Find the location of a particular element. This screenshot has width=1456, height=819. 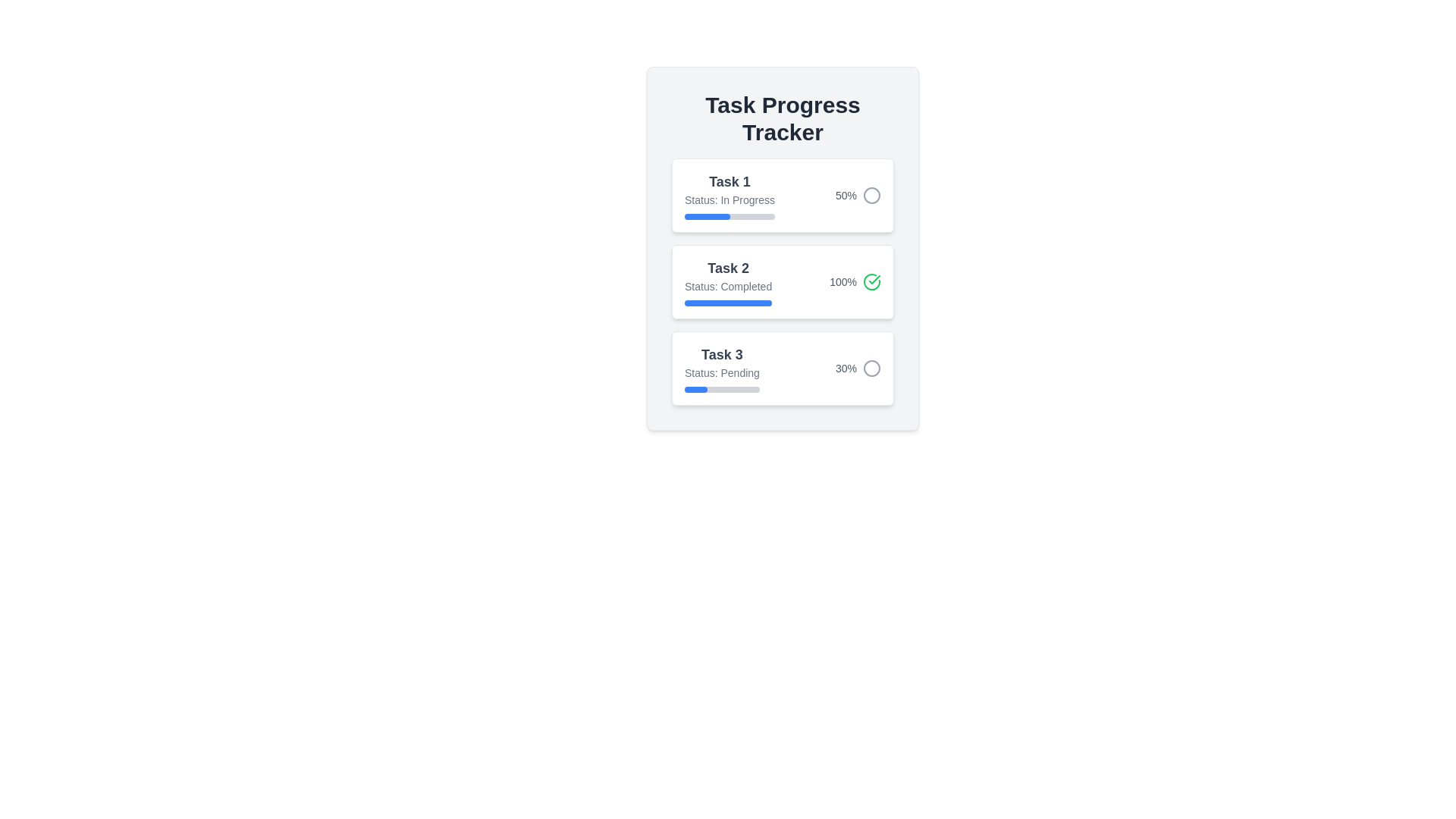

the Progress bar indicating the completion percentage for 'Task 2', which is a narrow horizontal bar with a blue fill on a gray background, located directly below the text 'Status: Completed' is located at coordinates (728, 303).